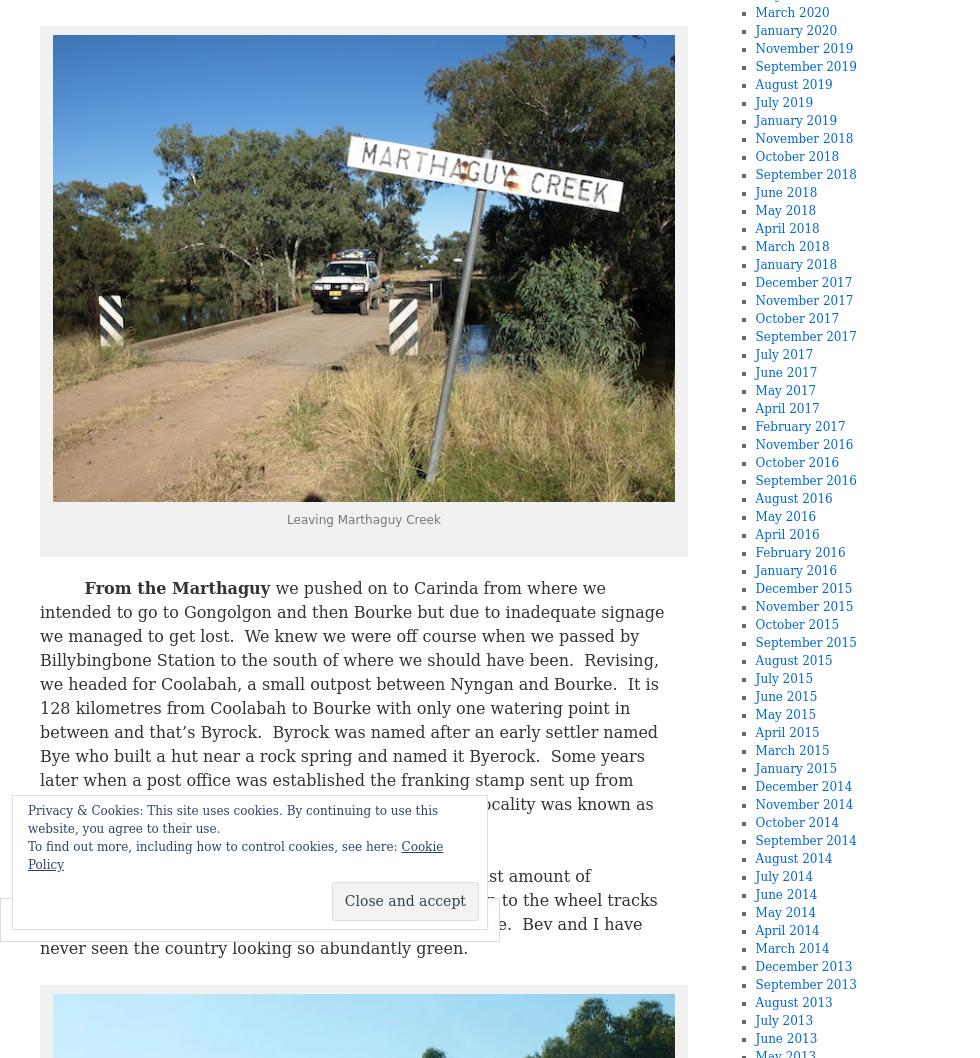 The height and width of the screenshot is (1058, 980). Describe the element at coordinates (785, 516) in the screenshot. I see `'May 2016'` at that location.